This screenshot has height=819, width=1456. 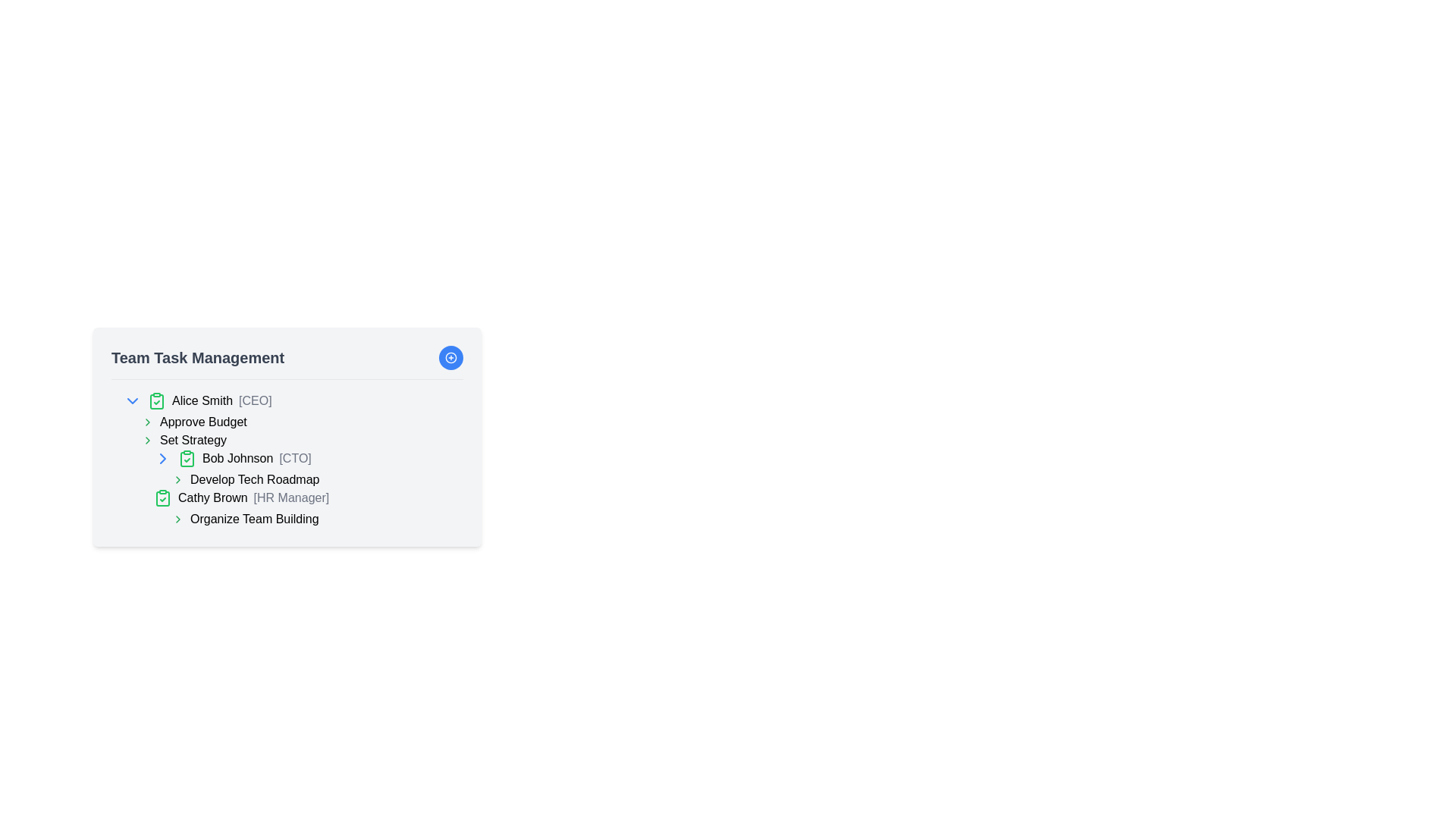 What do you see at coordinates (163, 458) in the screenshot?
I see `the chevron icon next to 'Bob Johnson [CTO]' to expand or collapse the associated list item in the 'Team Task Management' section` at bounding box center [163, 458].